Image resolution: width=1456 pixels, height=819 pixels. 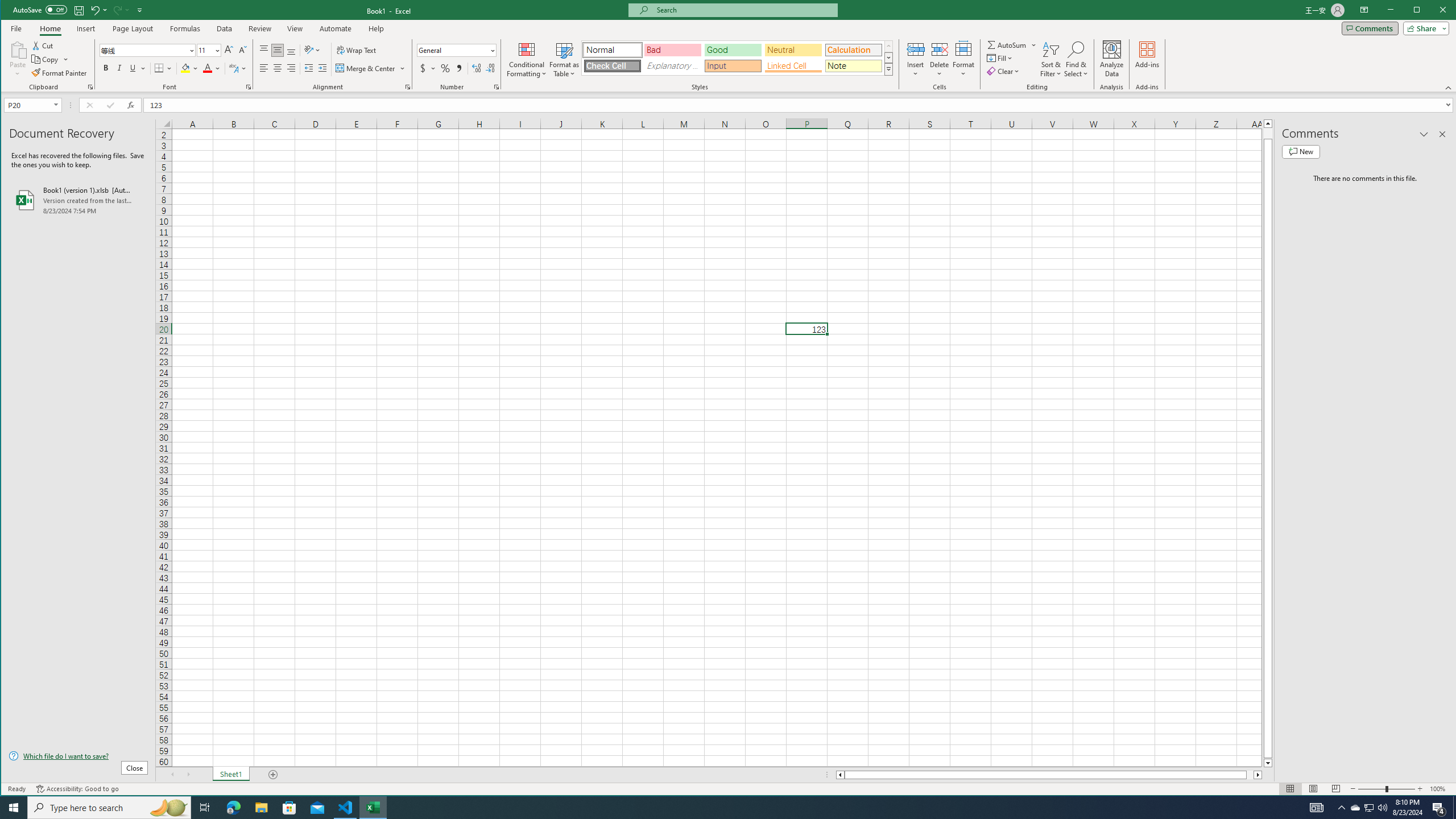 I want to click on 'Microsoft Edge', so click(x=233, y=806).